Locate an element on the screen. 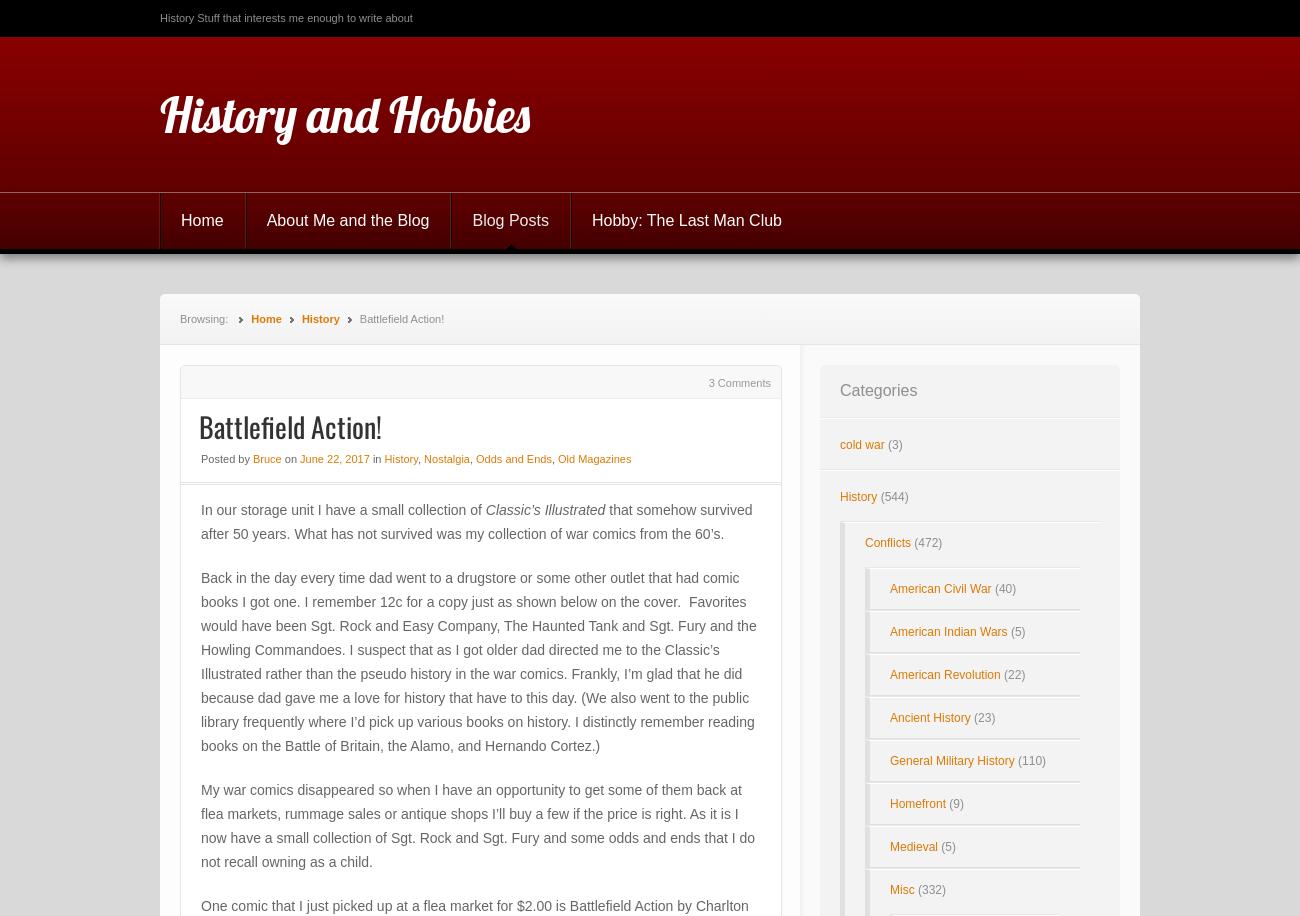  'My war comics disappeared so when I have an opportunity to get some of them back at flea markets, rummage sales or antique shops I’ll buy a few if the price is right. As it is I now have a small collection of Sgt. Rock and Sgt. Fury and some odds and ends that I do not recall owning as a child.' is located at coordinates (477, 825).